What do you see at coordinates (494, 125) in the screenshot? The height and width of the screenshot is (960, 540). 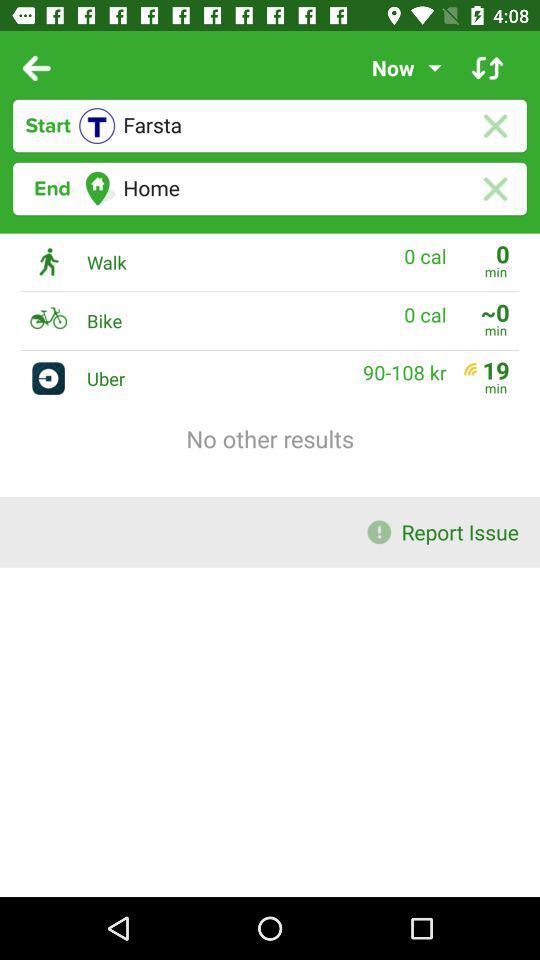 I see `close` at bounding box center [494, 125].